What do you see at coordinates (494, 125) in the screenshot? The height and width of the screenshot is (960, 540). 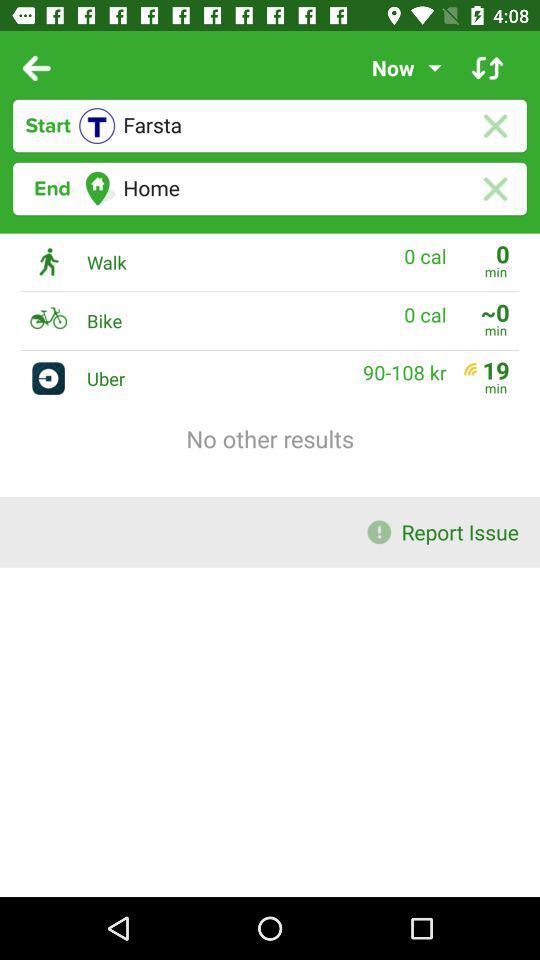 I see `close` at bounding box center [494, 125].